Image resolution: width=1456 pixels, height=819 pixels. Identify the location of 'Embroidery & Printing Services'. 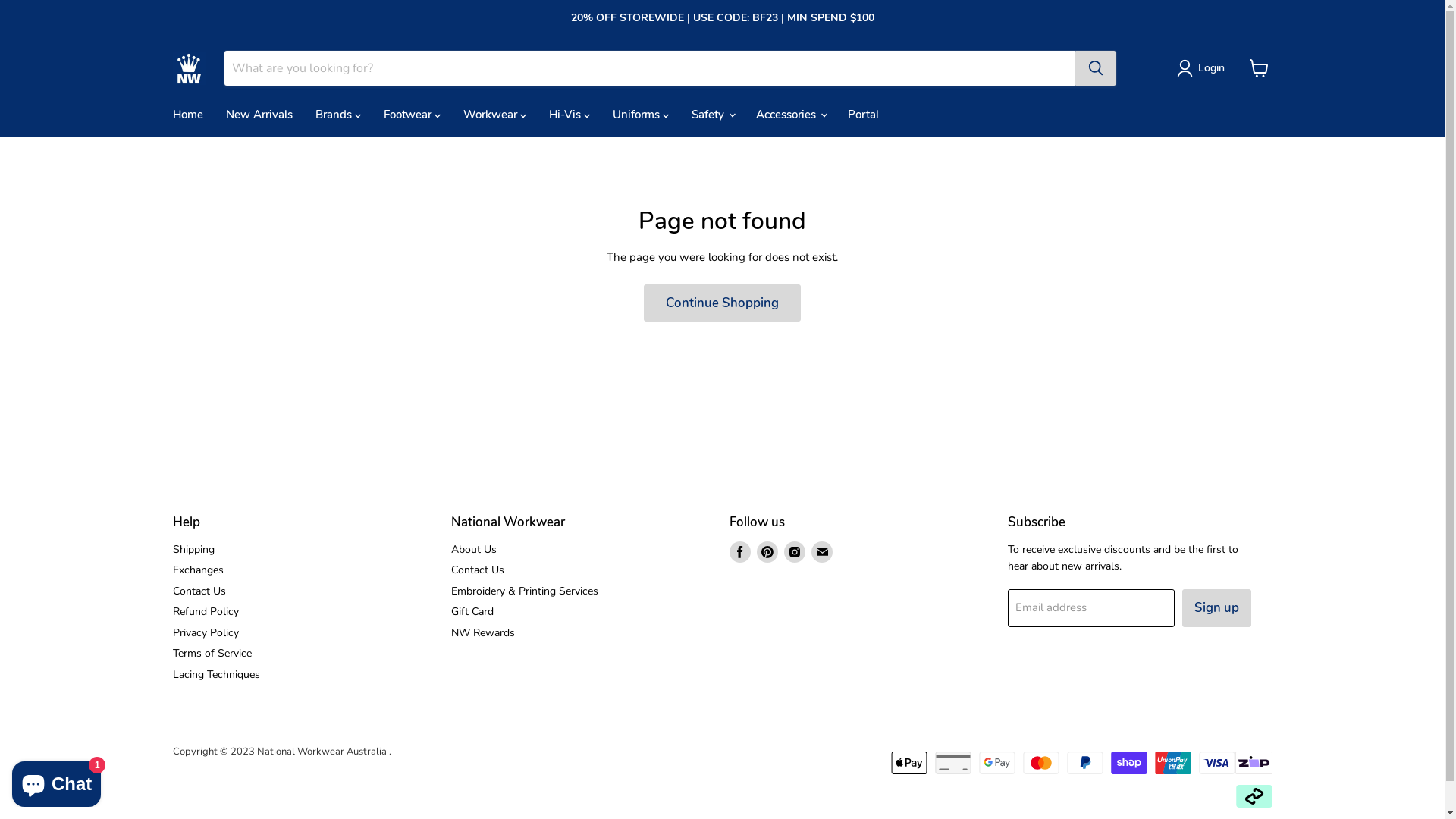
(450, 590).